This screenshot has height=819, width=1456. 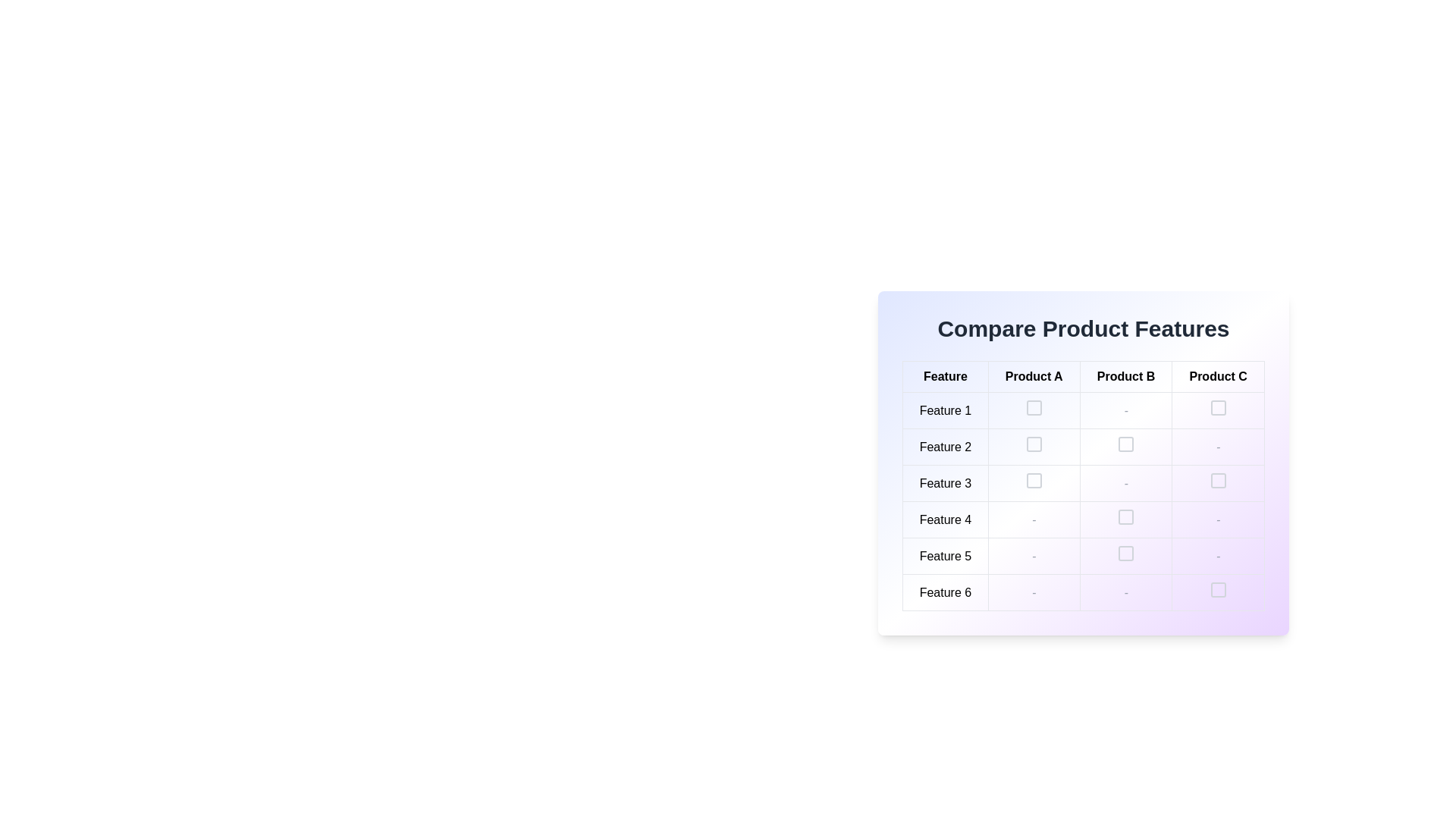 What do you see at coordinates (1033, 446) in the screenshot?
I see `the checkbox located in the second row and second column of the table under the 'Product A' column` at bounding box center [1033, 446].